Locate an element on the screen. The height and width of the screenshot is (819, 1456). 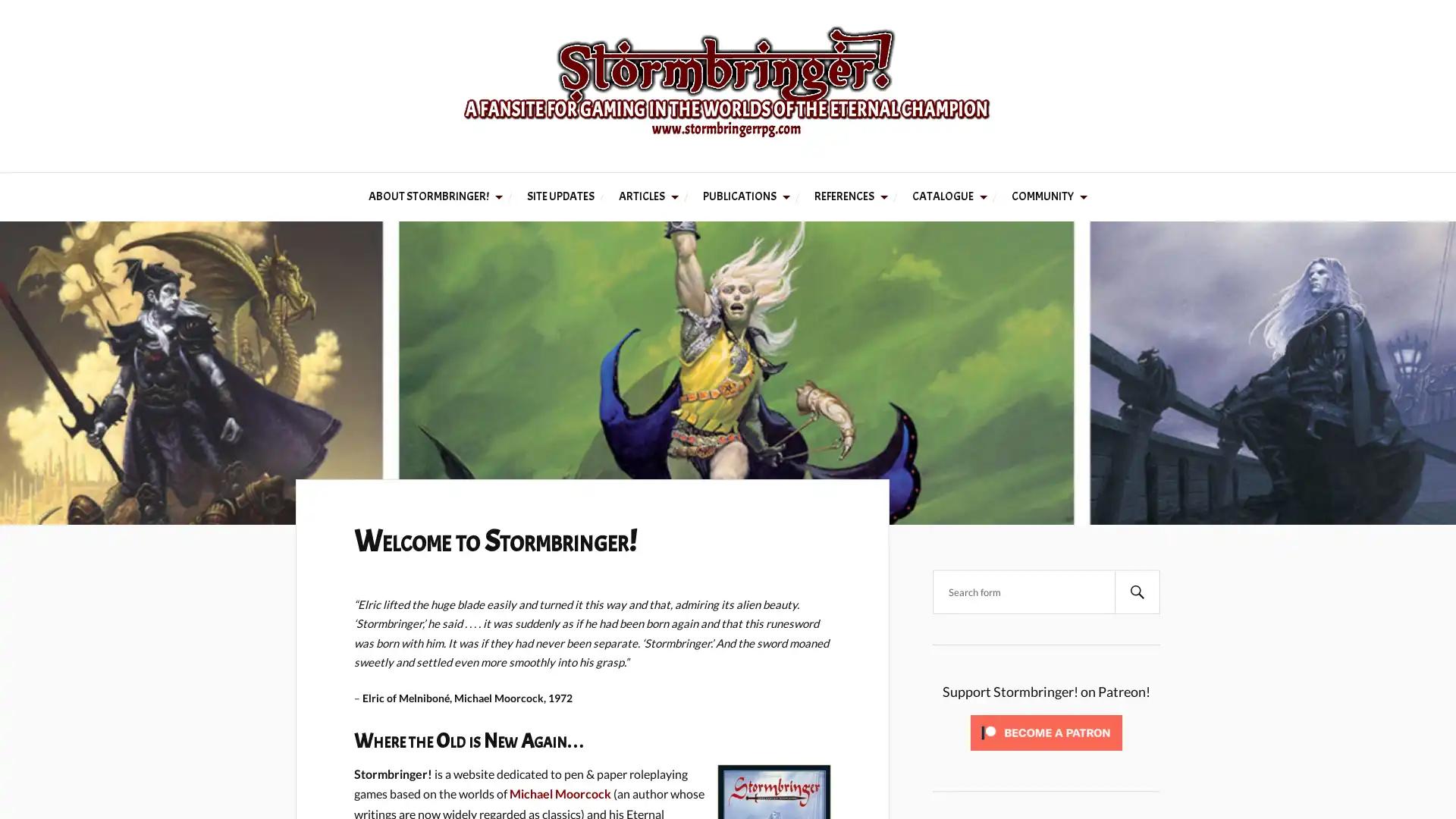
SEARCH is located at coordinates (1137, 590).